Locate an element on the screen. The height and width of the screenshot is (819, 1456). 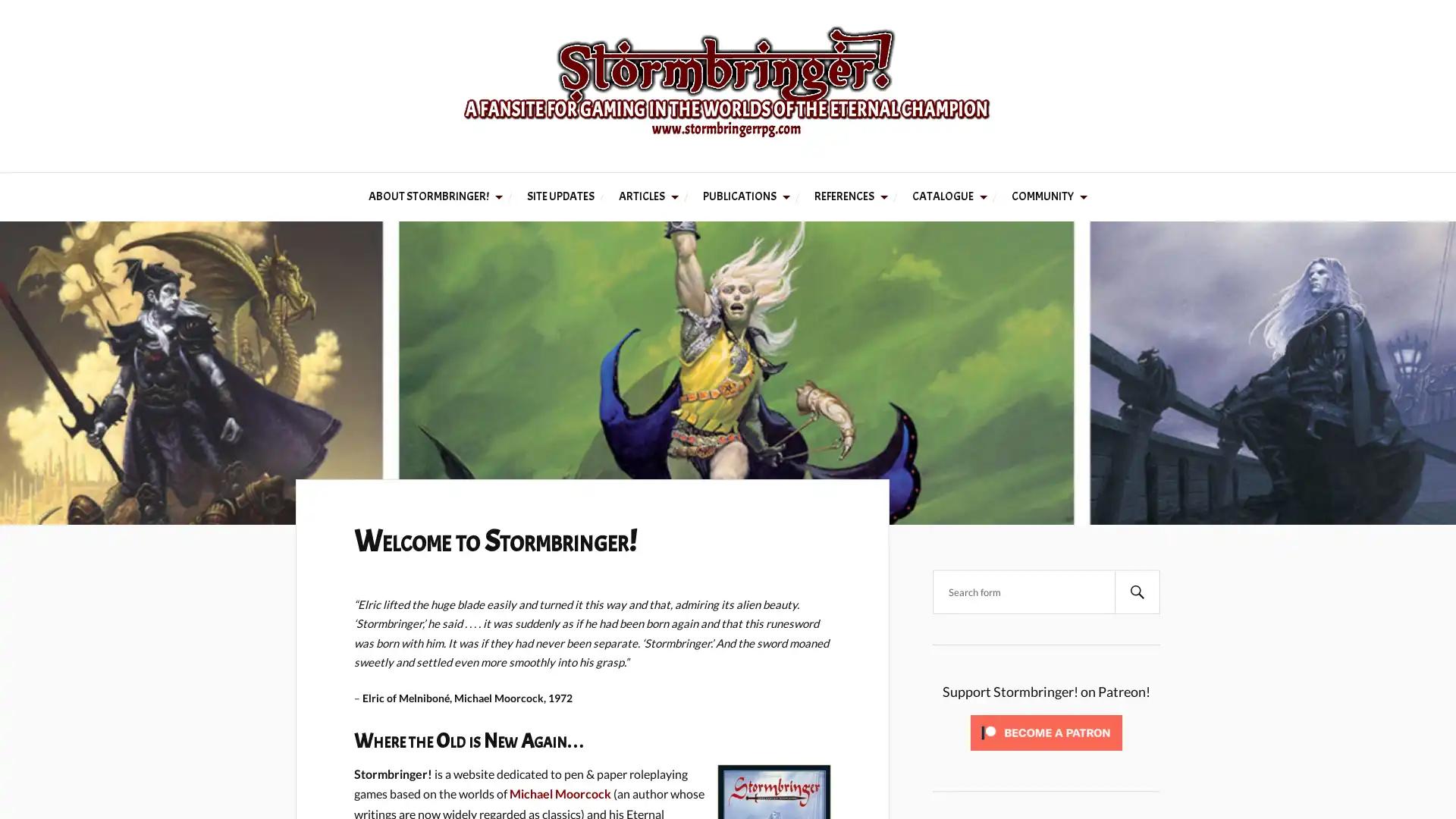
SEARCH is located at coordinates (1137, 590).